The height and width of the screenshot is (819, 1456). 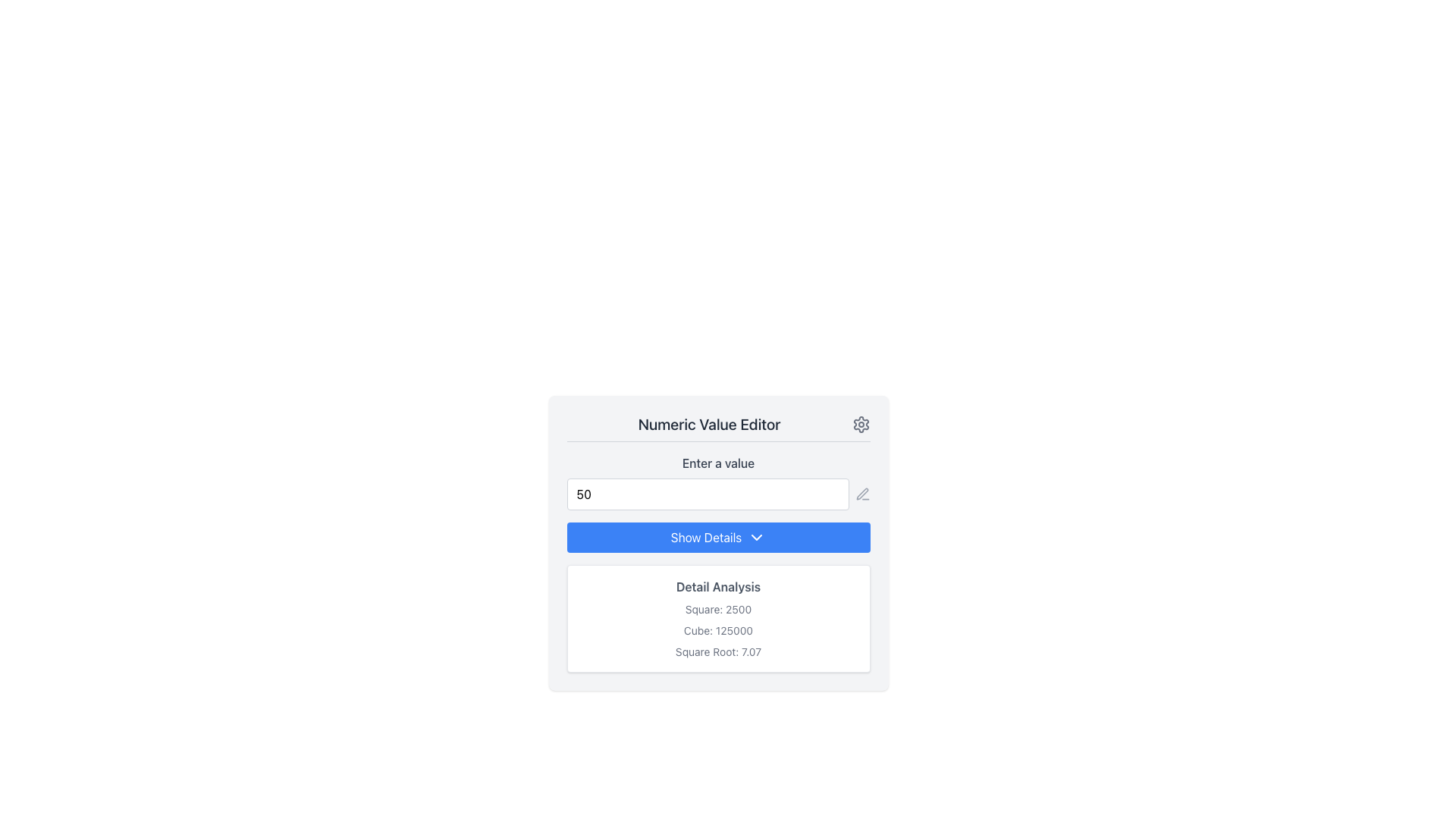 I want to click on text displayed in the text label that presents the square root value of a given number, located in the third position under 'Detail Analysis', so click(x=717, y=651).